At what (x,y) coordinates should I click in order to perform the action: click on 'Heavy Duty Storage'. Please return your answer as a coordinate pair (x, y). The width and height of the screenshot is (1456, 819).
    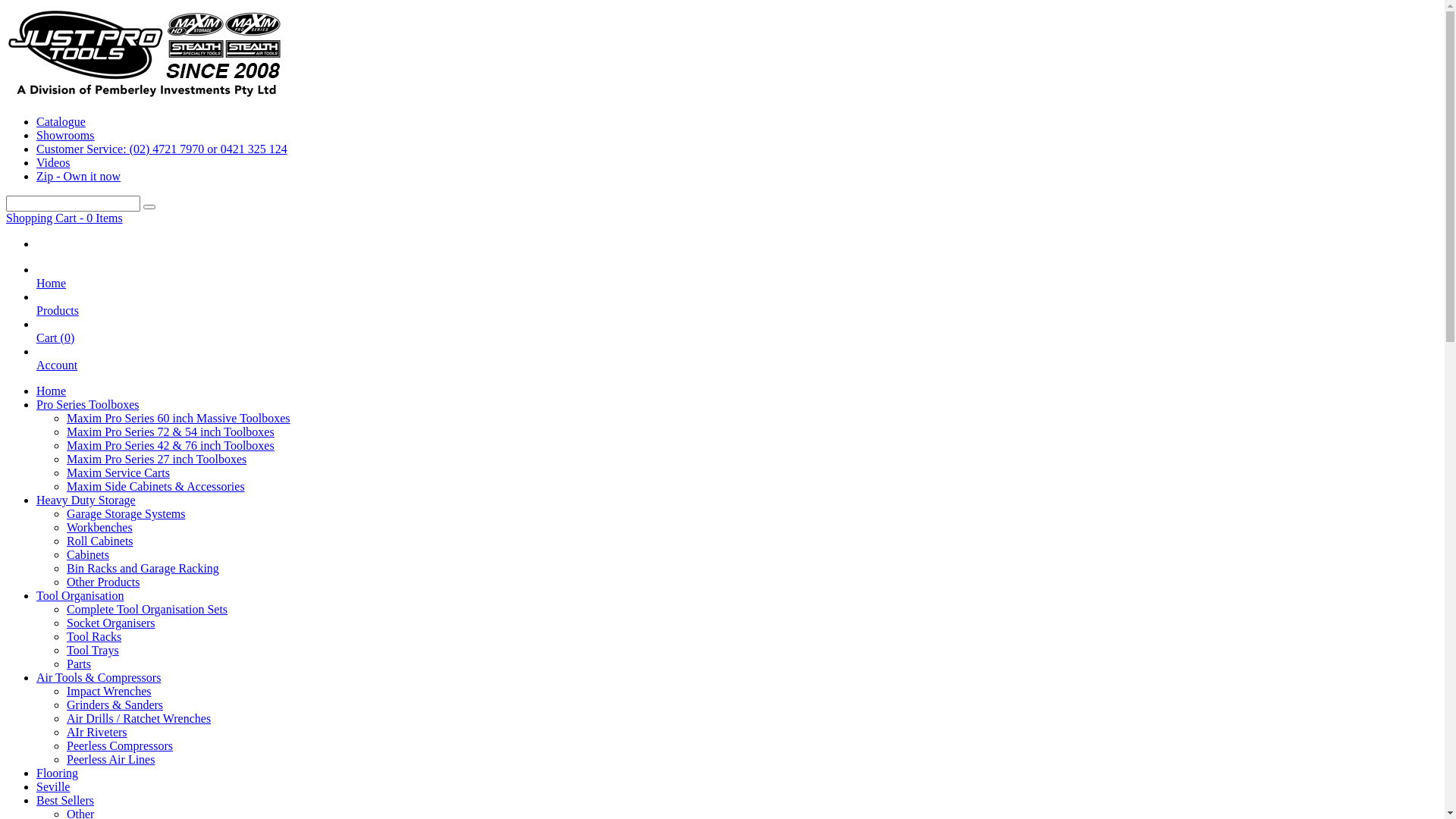
    Looking at the image, I should click on (85, 500).